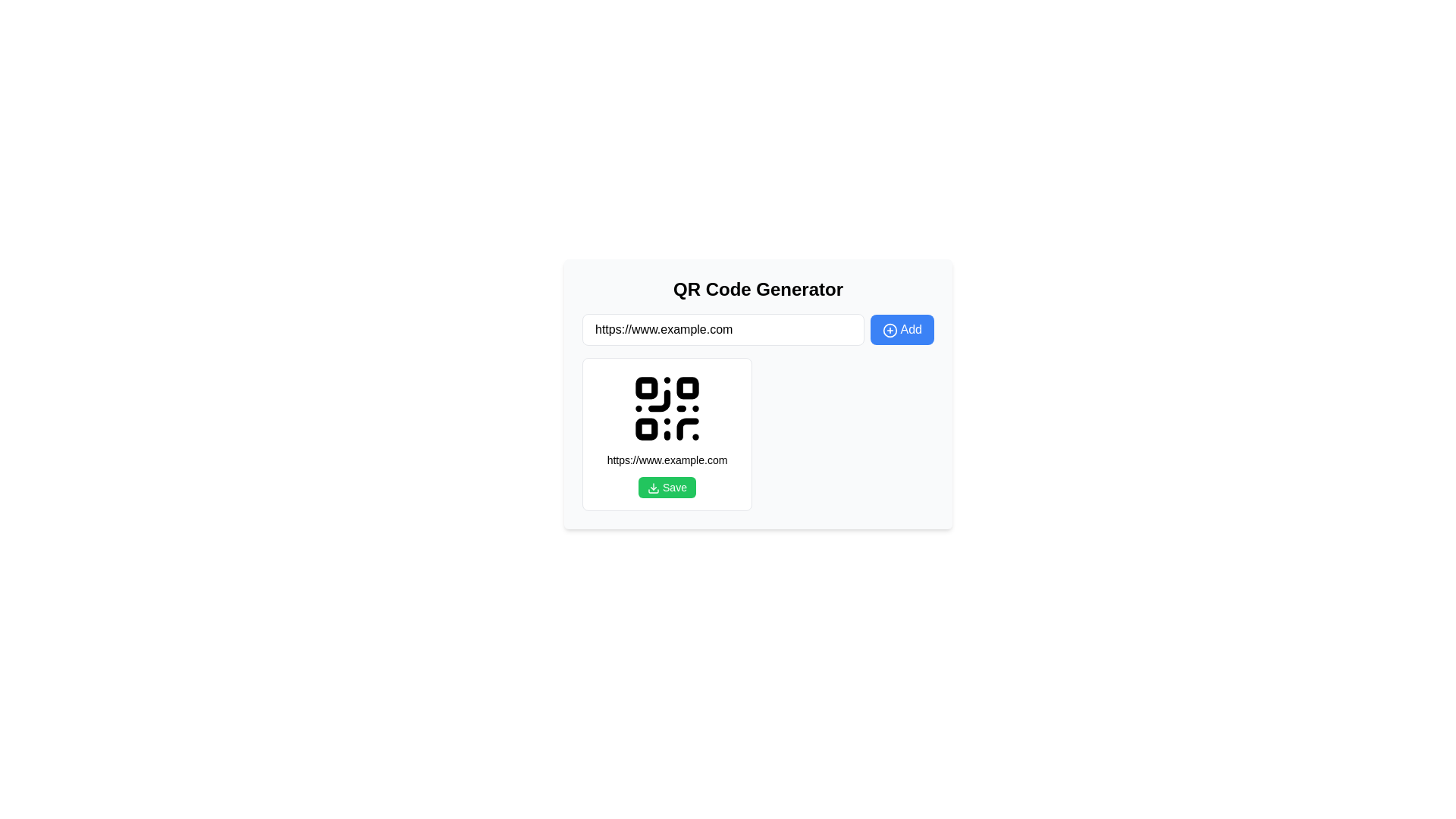 The height and width of the screenshot is (819, 1456). What do you see at coordinates (667, 408) in the screenshot?
I see `the QR code icon which is styled with a white background and black geometric shapes, located between the title 'QR Code Generator' and the URL 'https://www.example.com'` at bounding box center [667, 408].